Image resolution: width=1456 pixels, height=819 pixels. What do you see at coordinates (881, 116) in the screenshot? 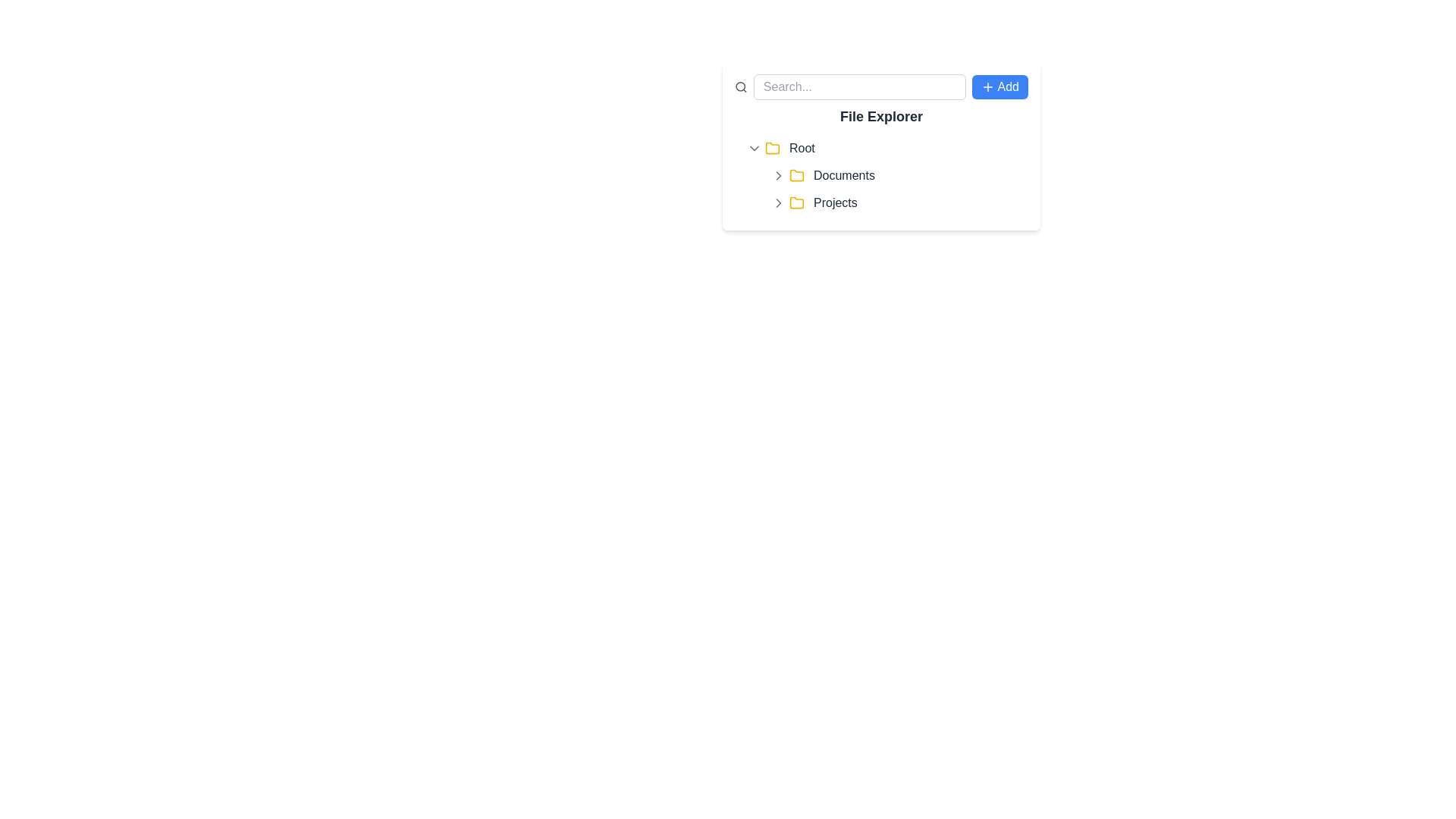
I see `the 'File Explorer' text label, which is prominently displayed in a bold and large font with dark gray color, located below the search bar and the 'Add' button` at bounding box center [881, 116].